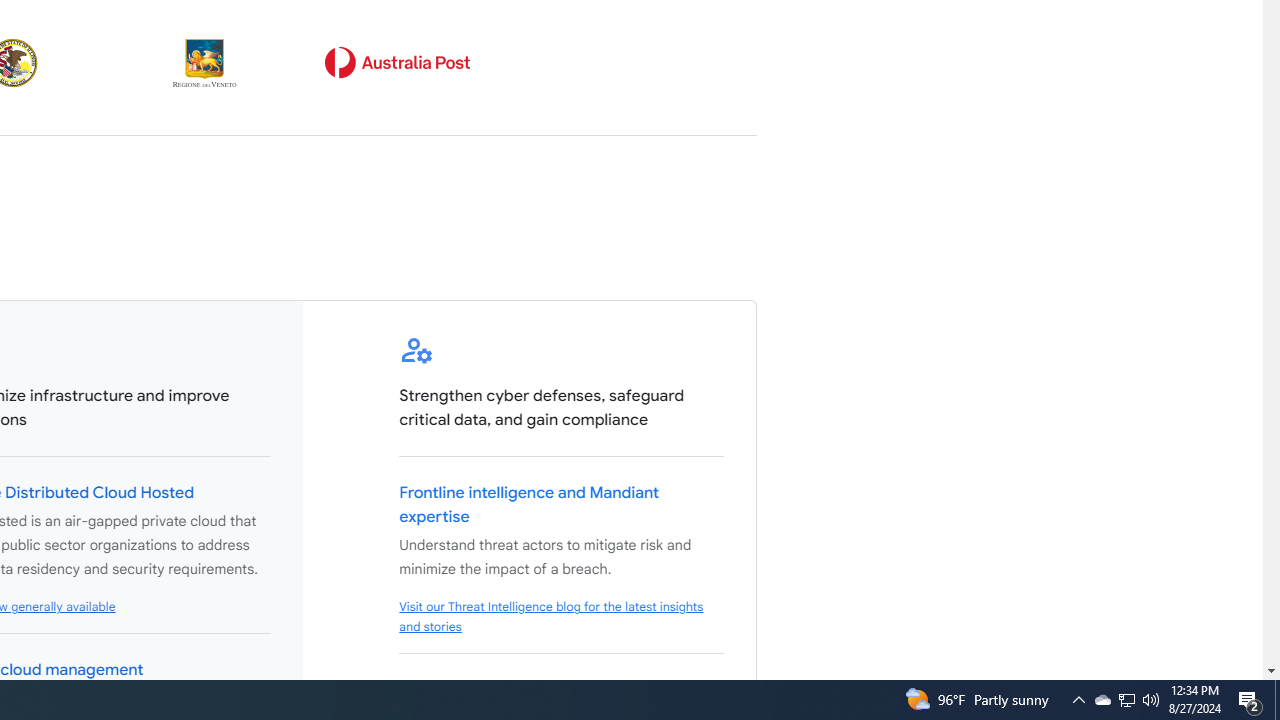 Image resolution: width=1280 pixels, height=720 pixels. What do you see at coordinates (529, 504) in the screenshot?
I see `'Frontline intelligence and Mandiant expertise'` at bounding box center [529, 504].